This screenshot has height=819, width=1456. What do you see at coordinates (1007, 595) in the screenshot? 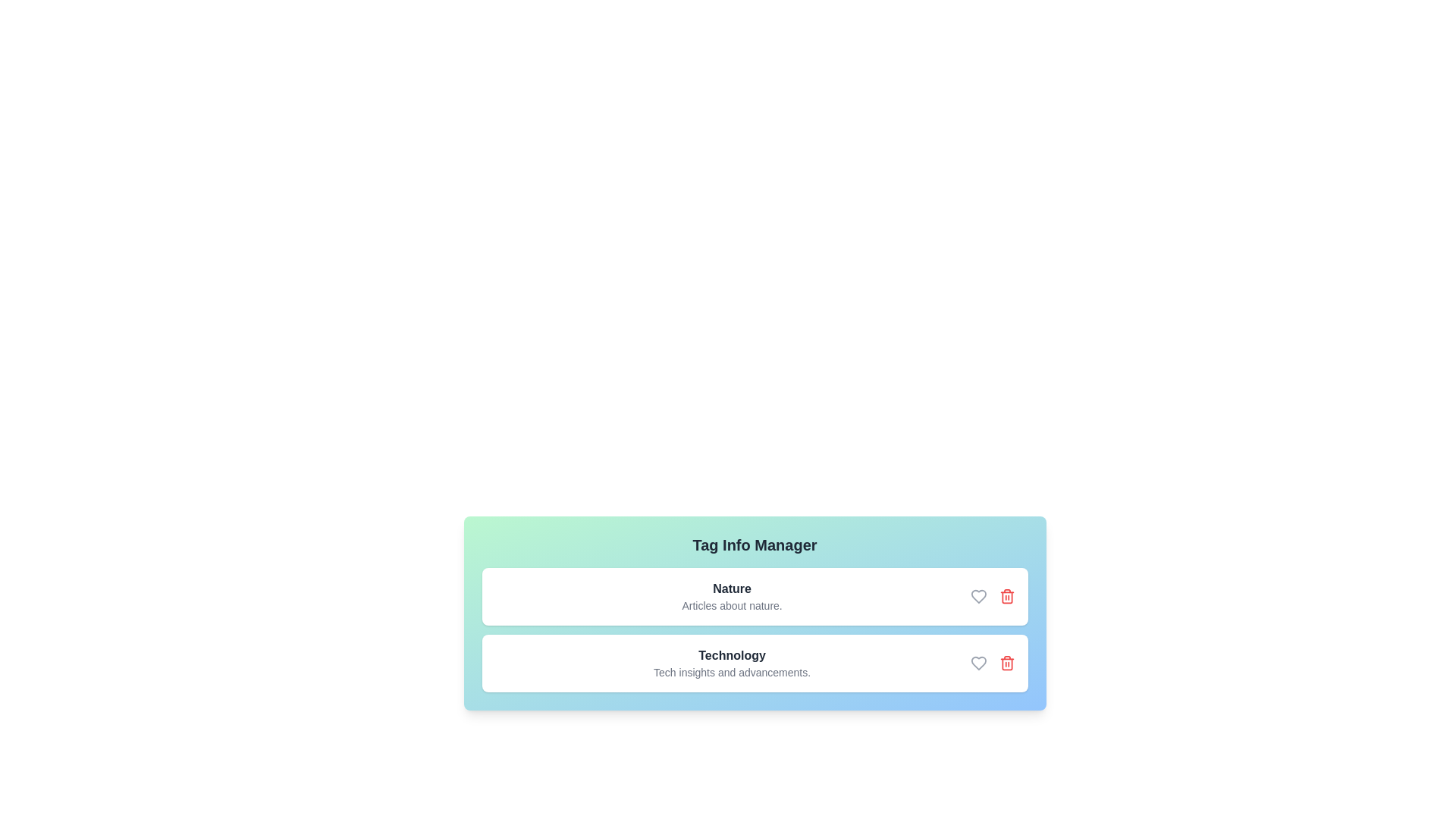
I see `the trash icon to remove the tag labeled Nature` at bounding box center [1007, 595].